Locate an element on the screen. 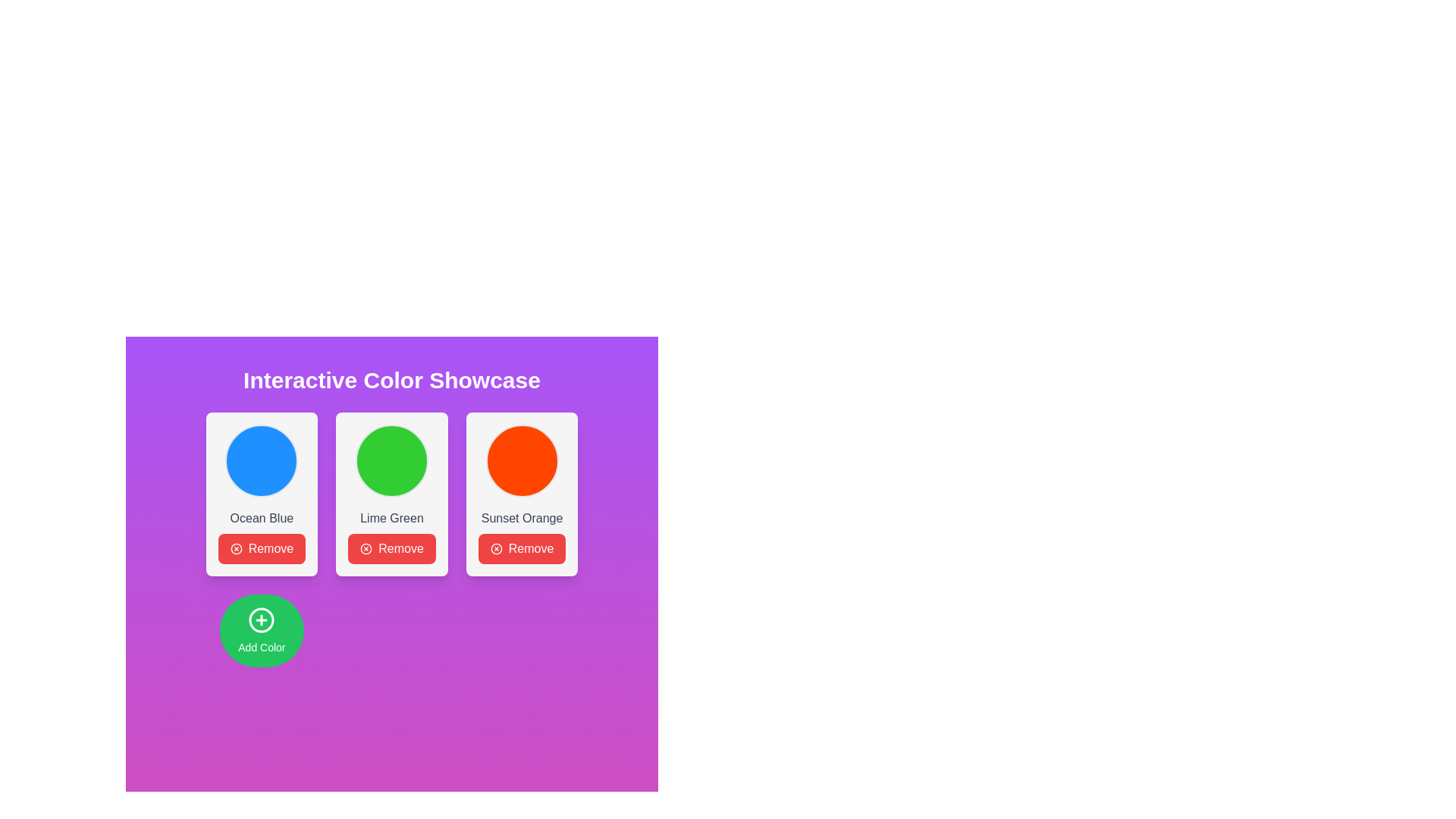  the second button below the green circular item labeled 'Lime Green' is located at coordinates (392, 539).